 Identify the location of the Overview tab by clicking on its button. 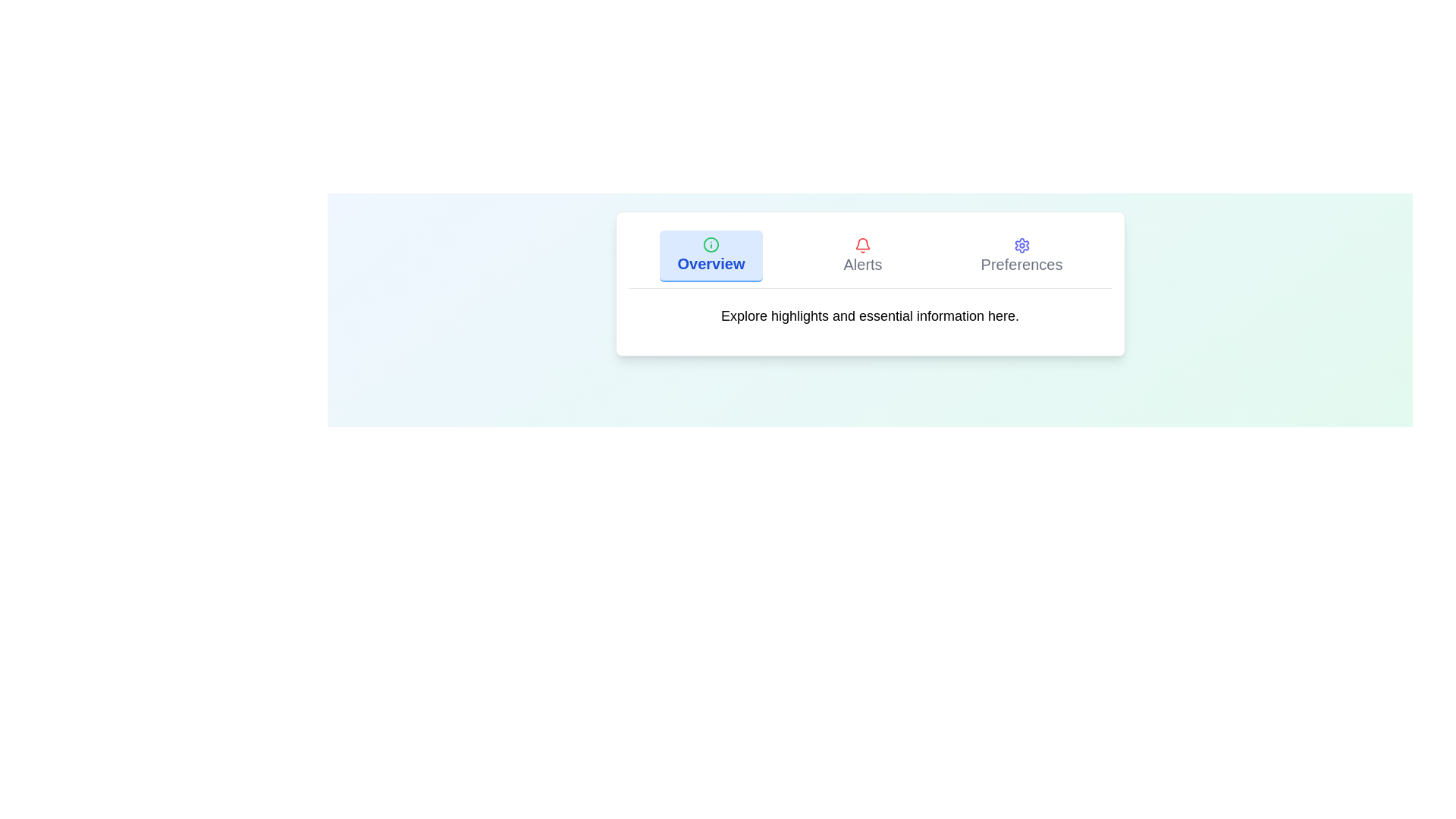
(709, 256).